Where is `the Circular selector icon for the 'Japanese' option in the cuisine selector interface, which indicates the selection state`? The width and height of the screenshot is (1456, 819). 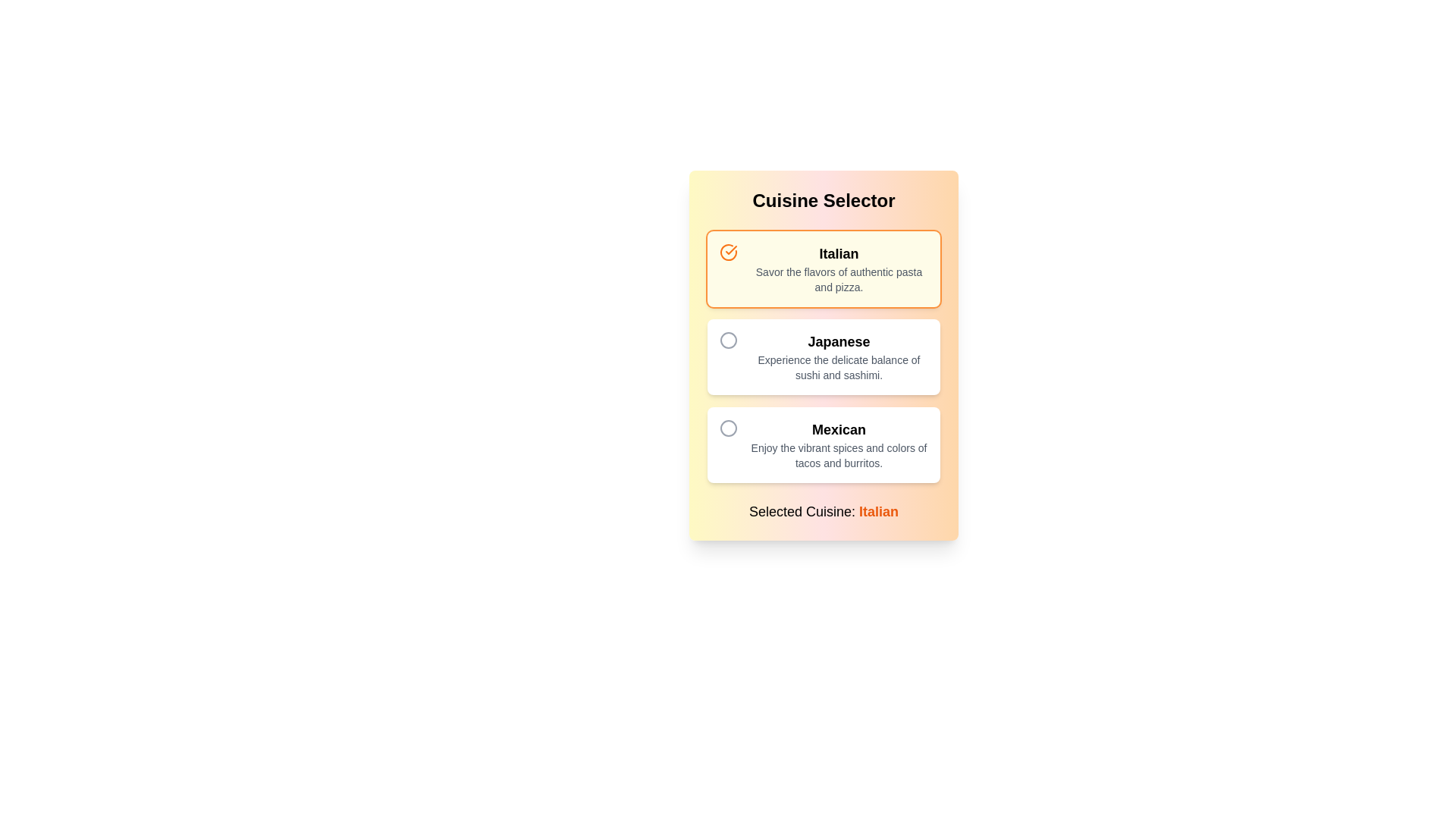
the Circular selector icon for the 'Japanese' option in the cuisine selector interface, which indicates the selection state is located at coordinates (728, 339).